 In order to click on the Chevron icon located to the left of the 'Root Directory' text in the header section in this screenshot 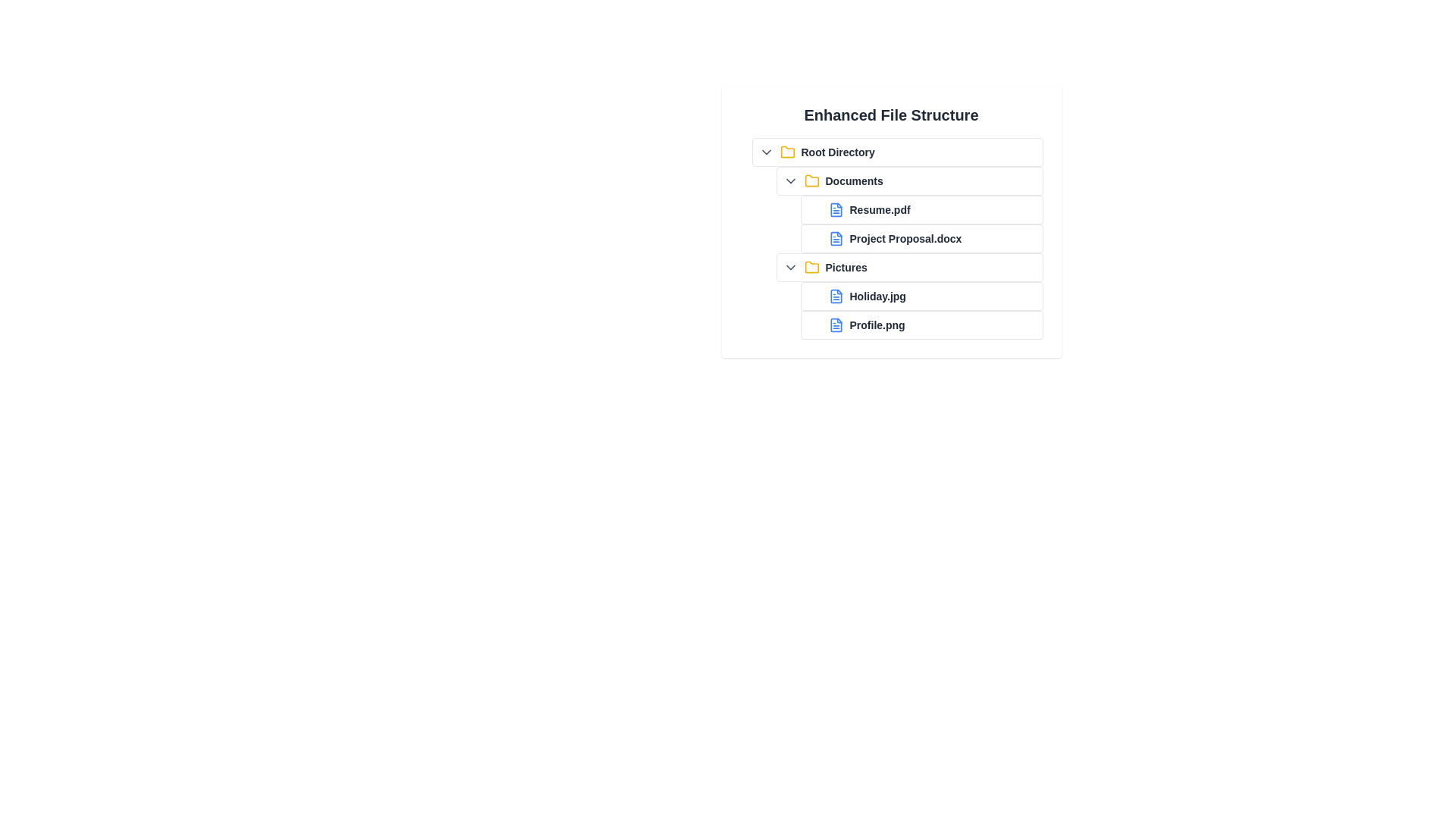, I will do `click(766, 152)`.